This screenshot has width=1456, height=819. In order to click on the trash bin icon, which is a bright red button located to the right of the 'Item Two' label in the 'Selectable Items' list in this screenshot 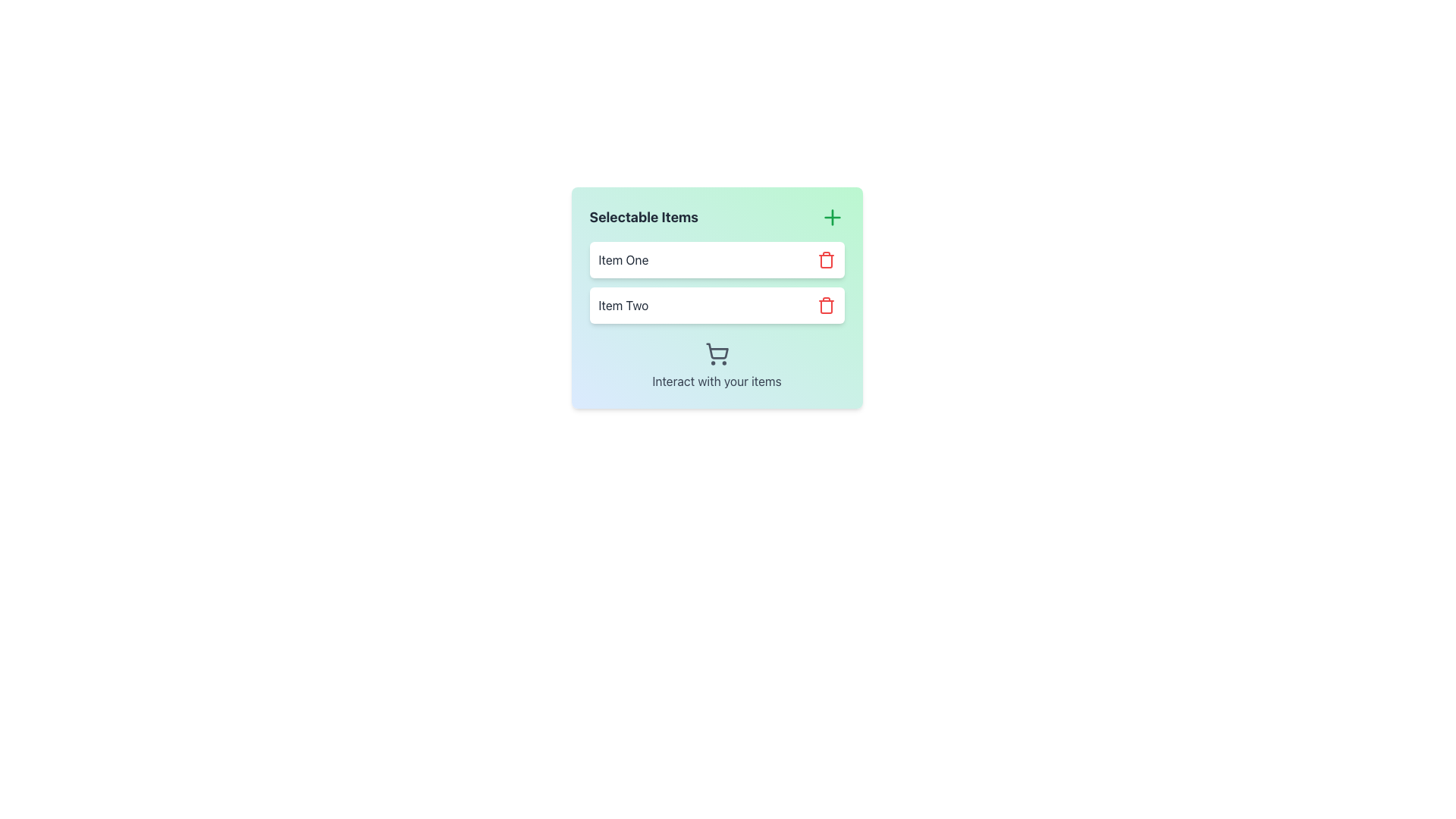, I will do `click(825, 305)`.